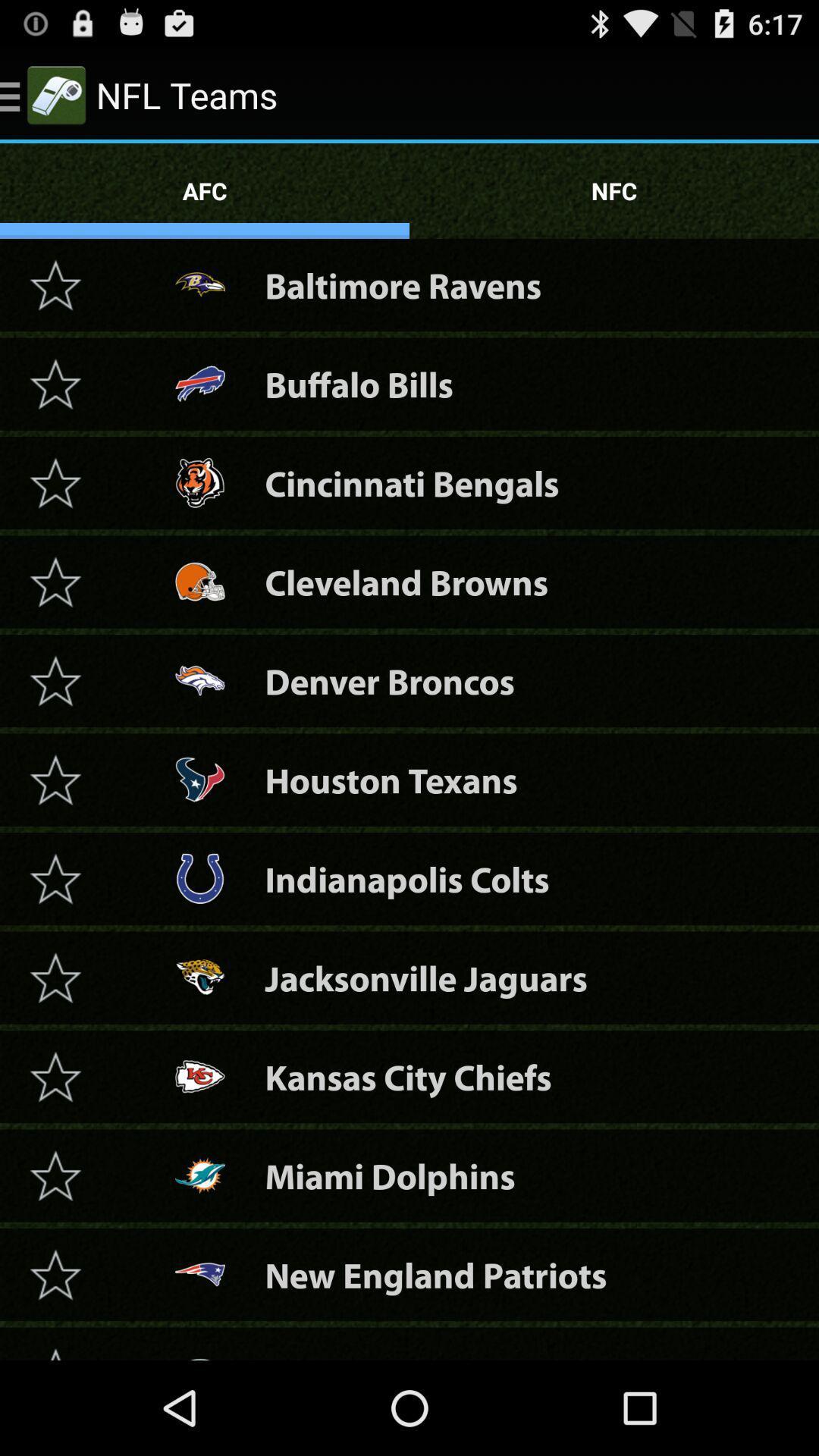  What do you see at coordinates (402, 285) in the screenshot?
I see `baltimore ravens app` at bounding box center [402, 285].